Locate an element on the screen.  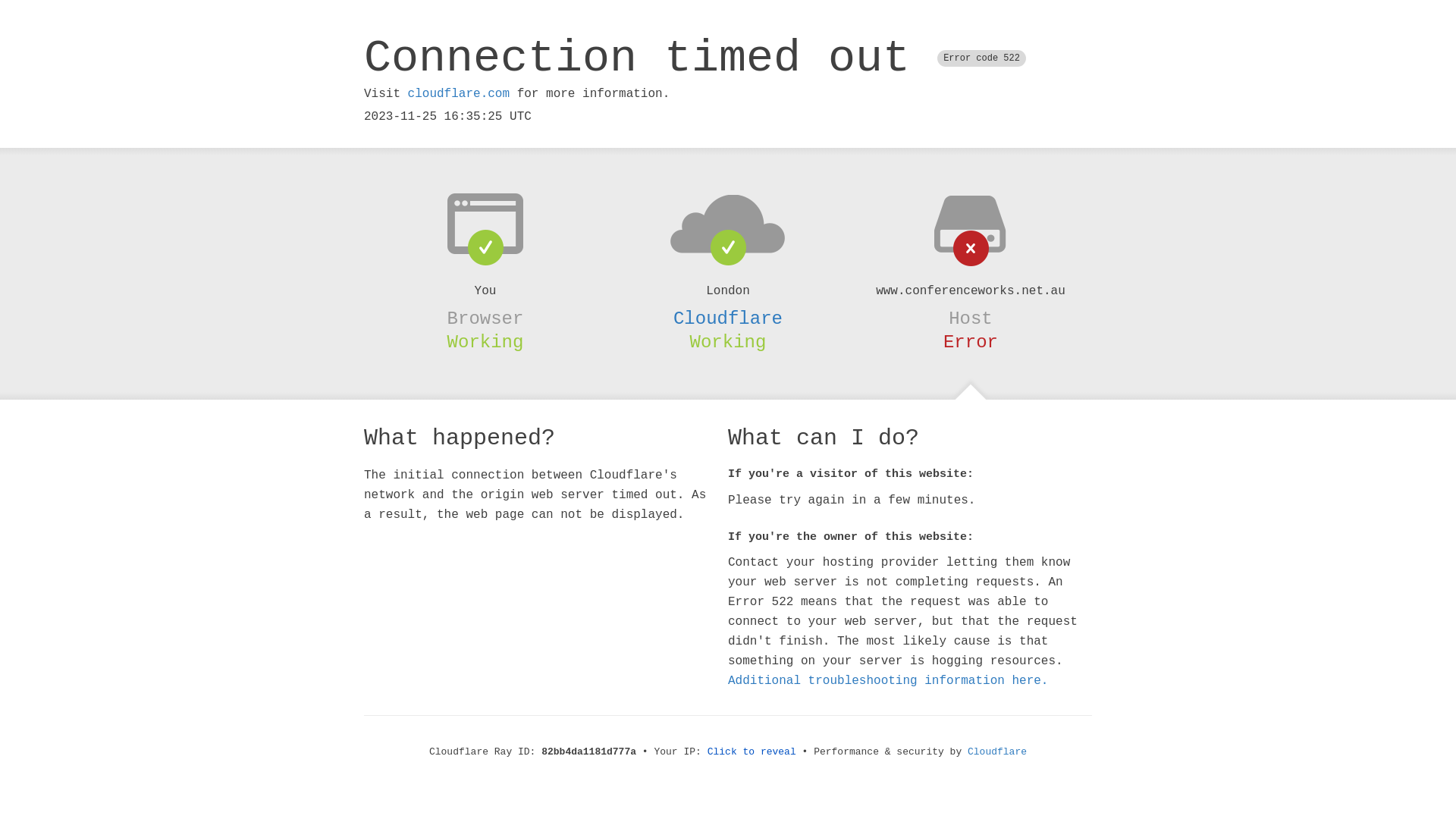
'Additional troubleshooting information here.' is located at coordinates (888, 680).